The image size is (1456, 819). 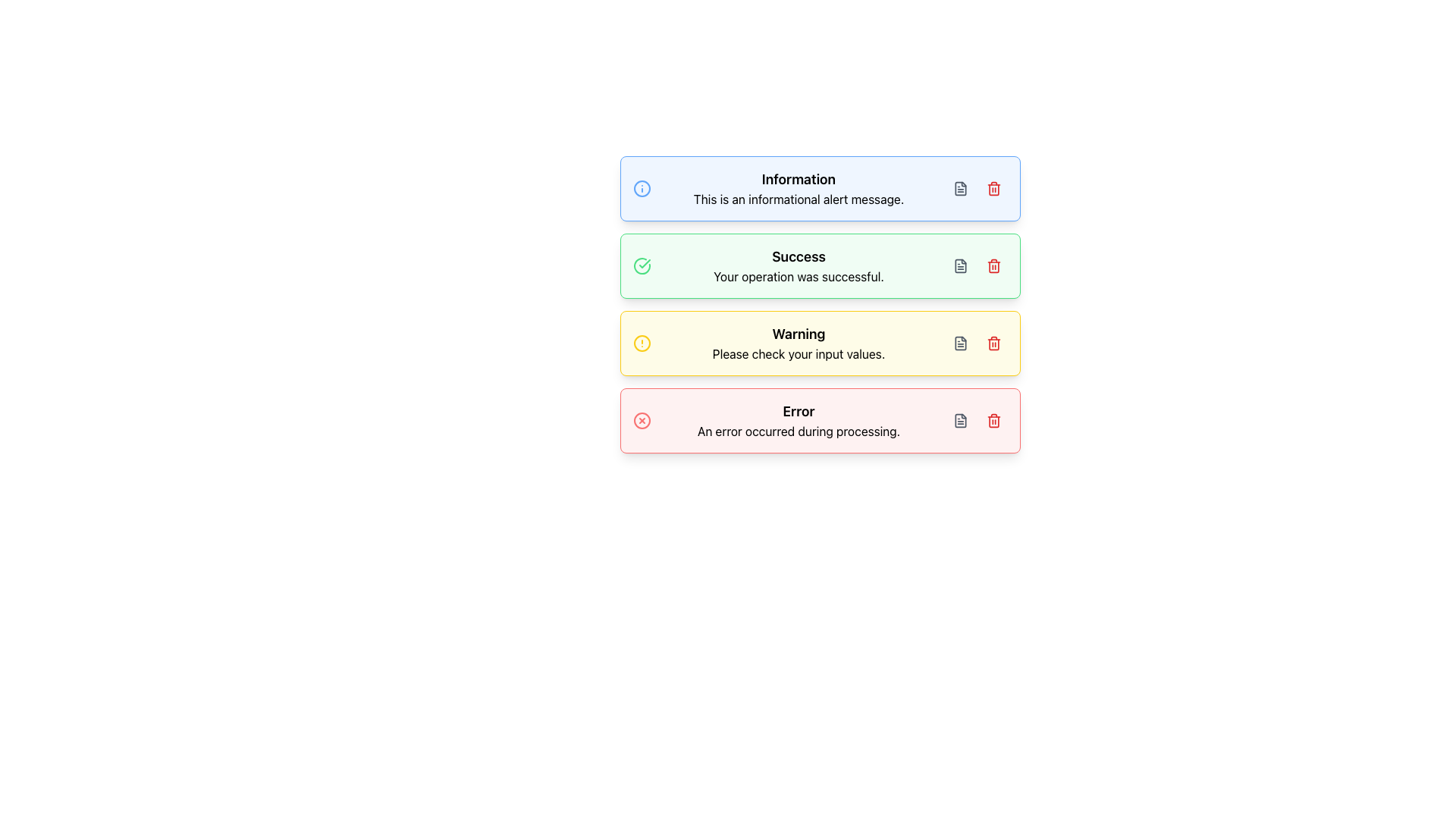 I want to click on the small document icon located on the right side of the blue notification bar, adjacent to the 'Information' label, to interact with it, so click(x=959, y=188).